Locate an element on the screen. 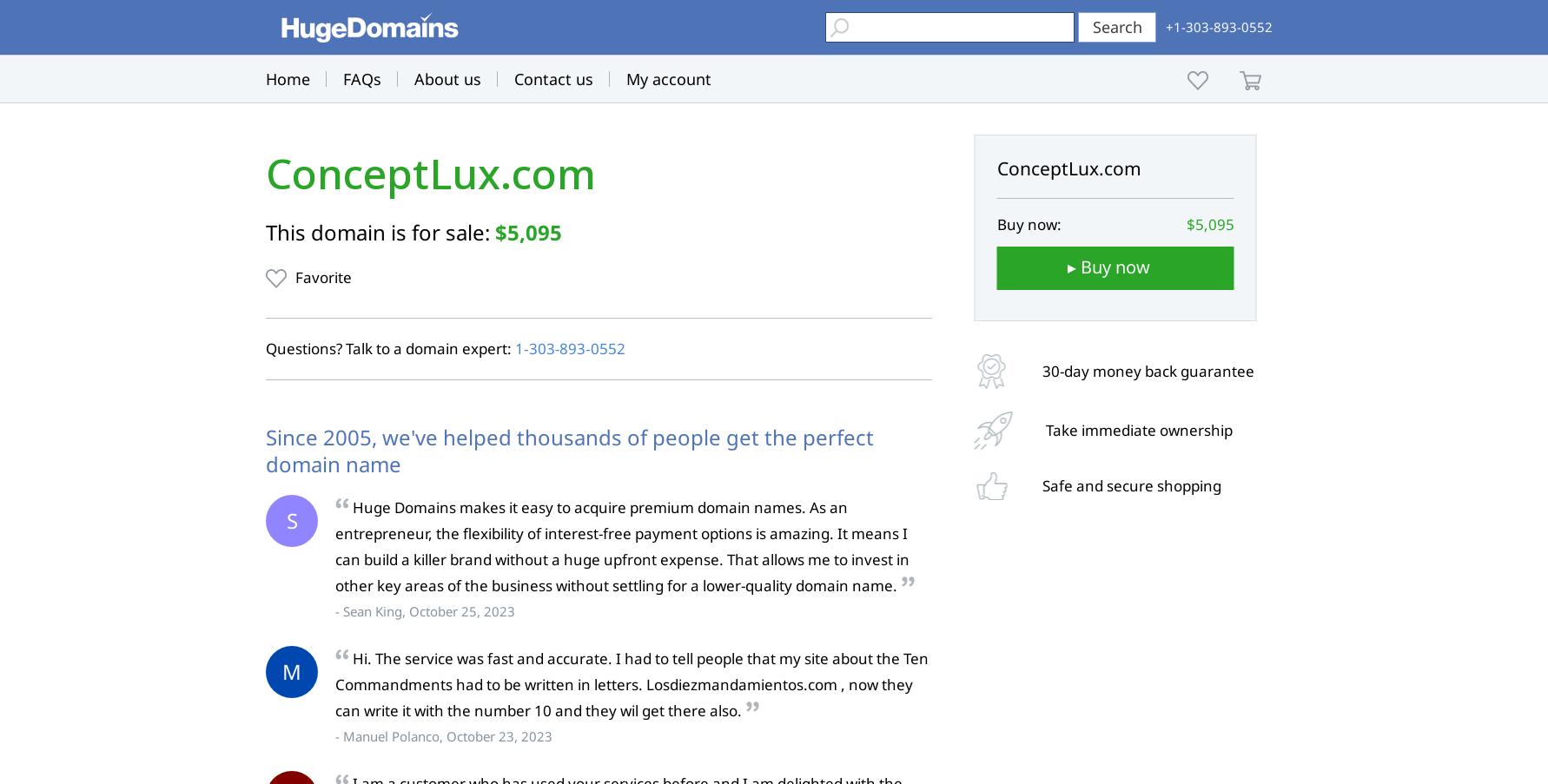  '$5,095' is located at coordinates (495, 231).